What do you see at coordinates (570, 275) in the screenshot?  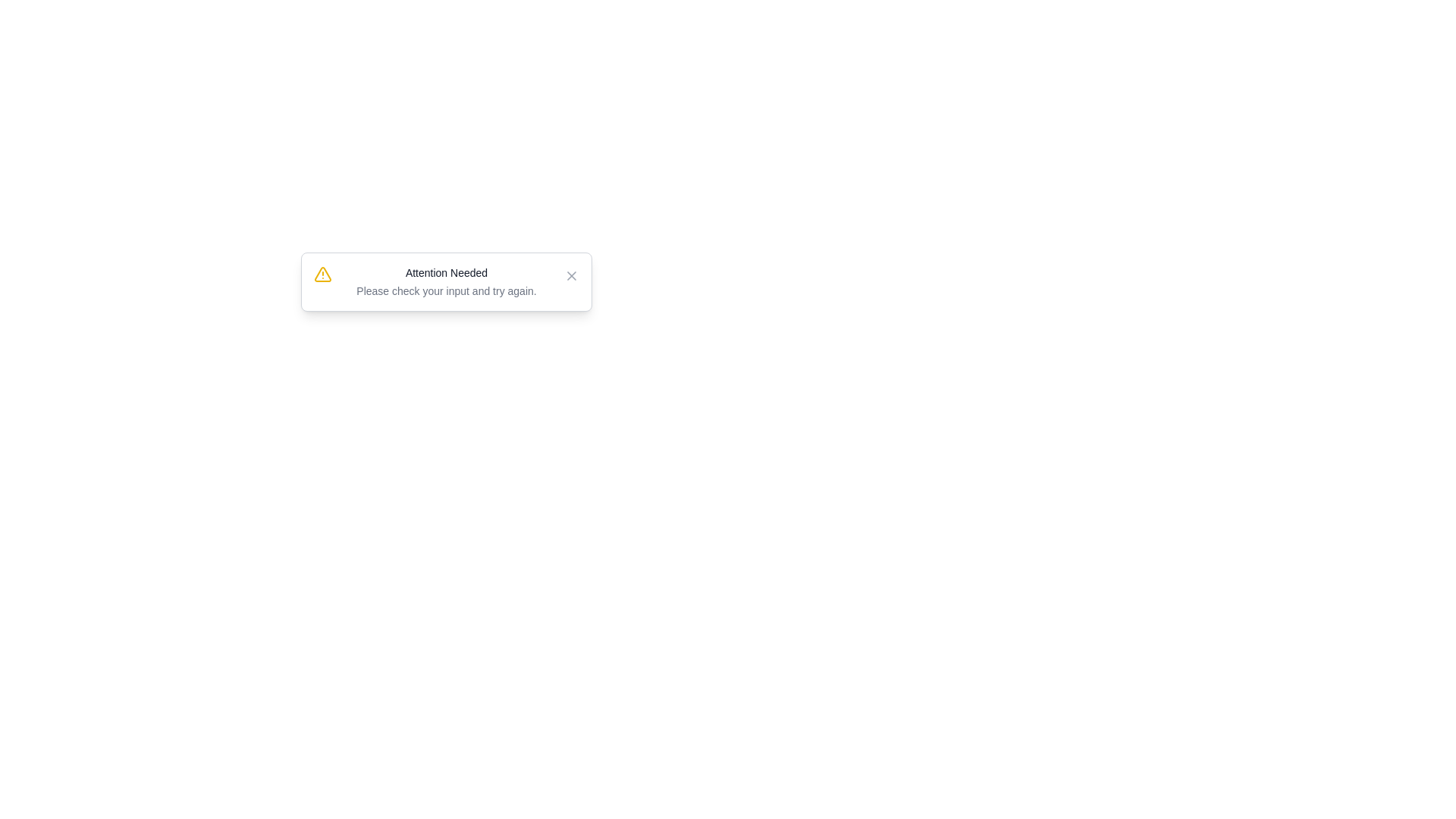 I see `the close button to dismiss the notification` at bounding box center [570, 275].